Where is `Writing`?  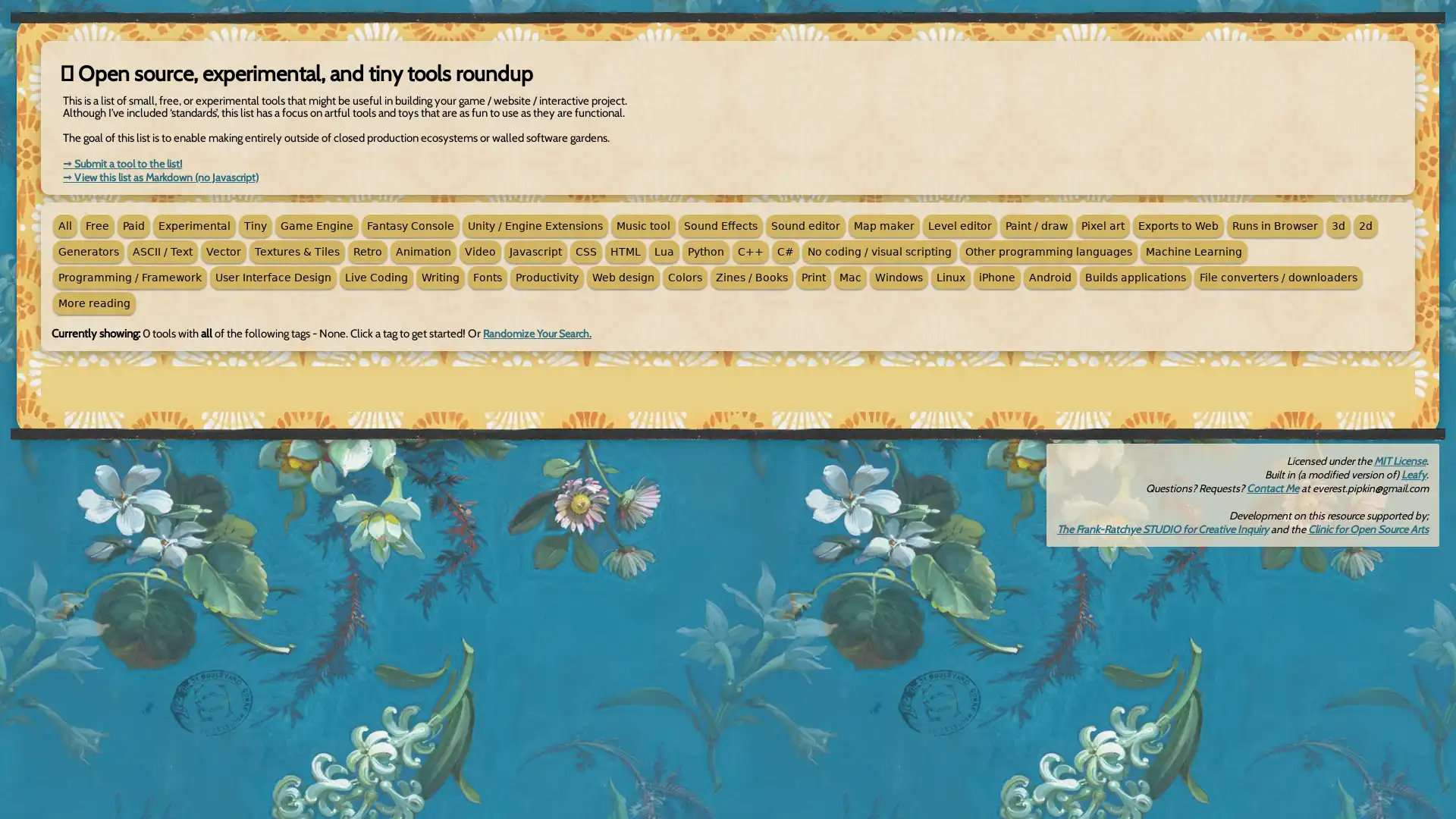
Writing is located at coordinates (439, 278).